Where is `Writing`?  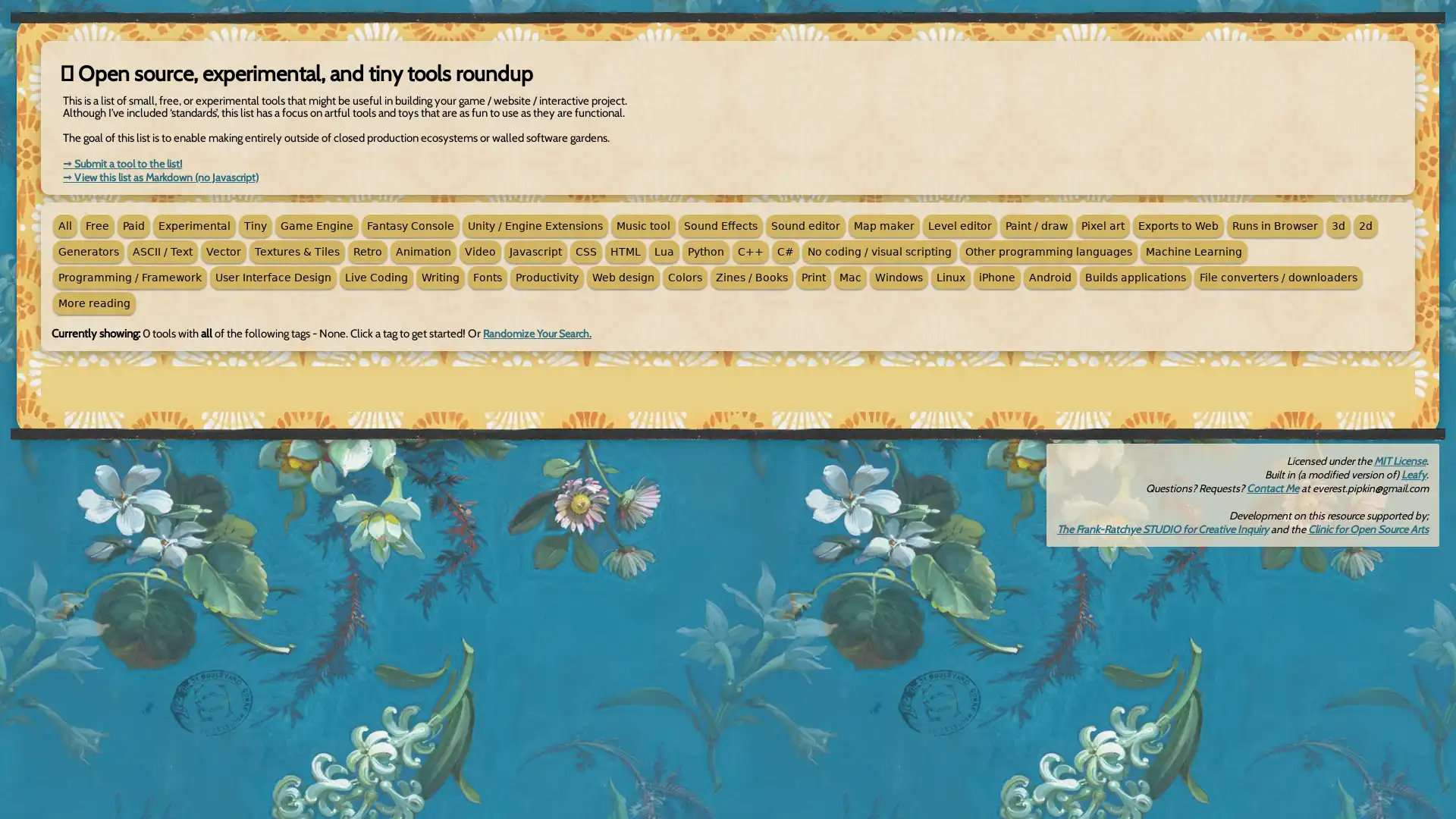
Writing is located at coordinates (439, 278).